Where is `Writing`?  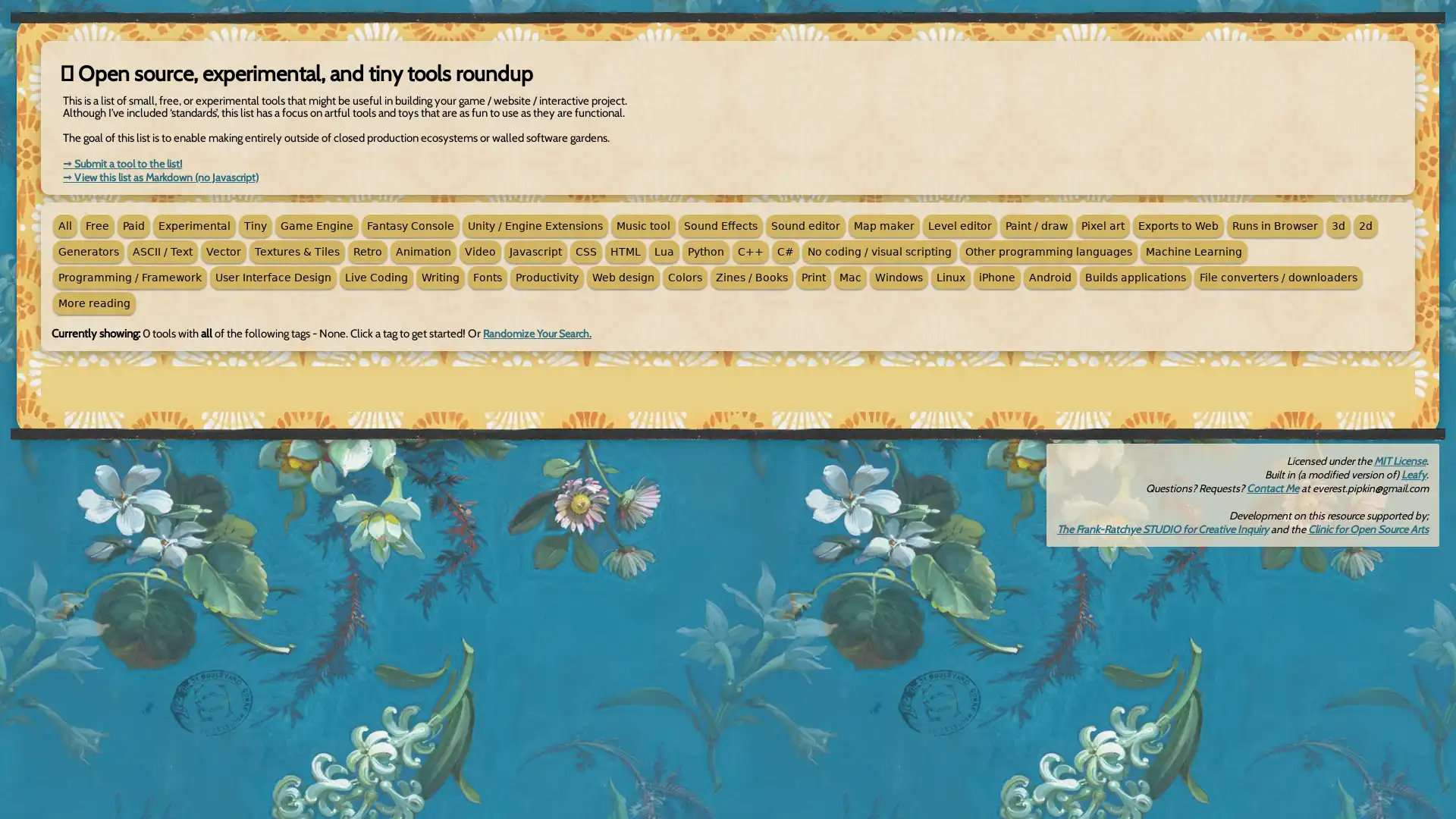
Writing is located at coordinates (439, 278).